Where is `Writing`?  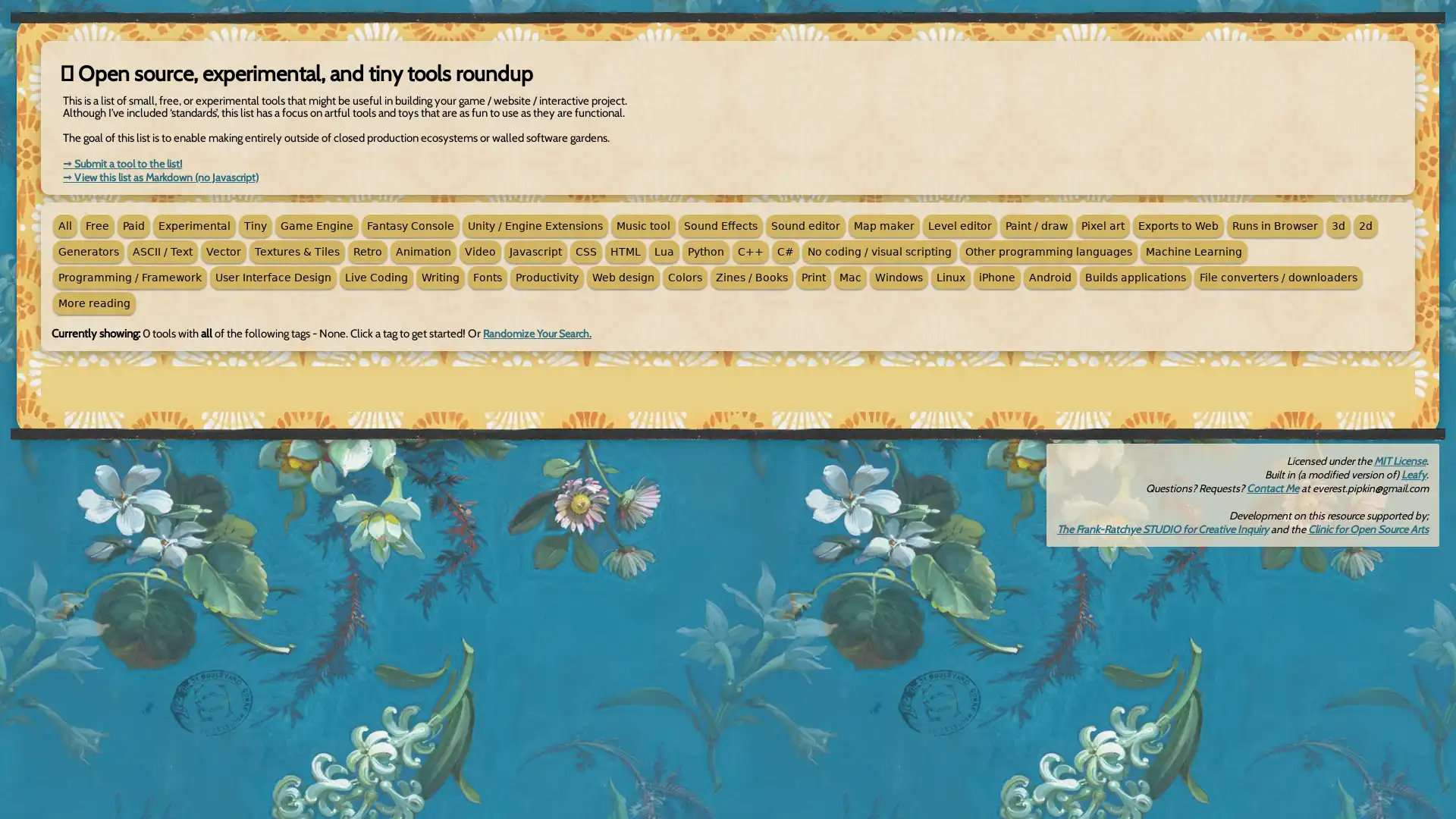
Writing is located at coordinates (439, 278).